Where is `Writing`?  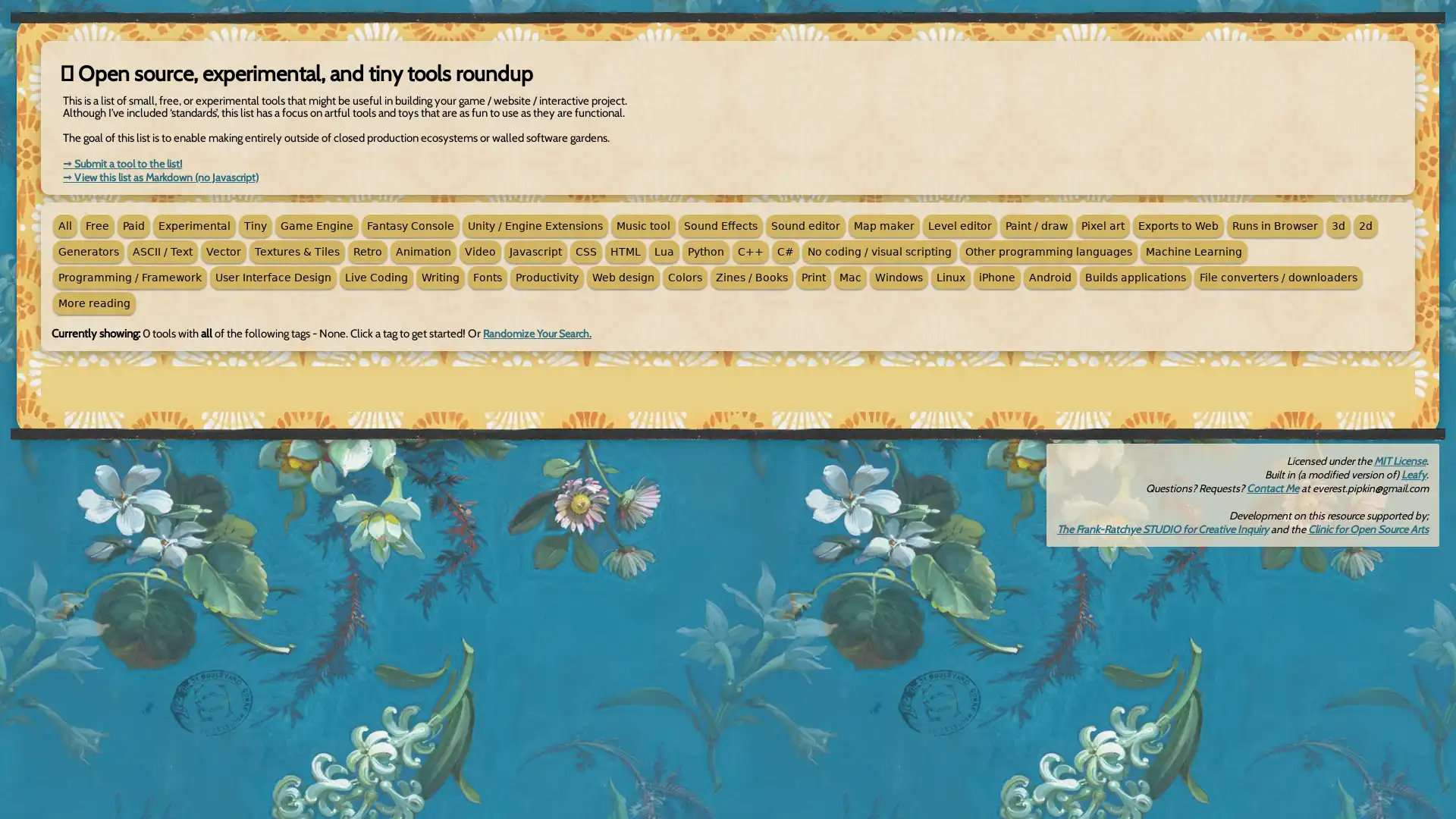
Writing is located at coordinates (439, 278).